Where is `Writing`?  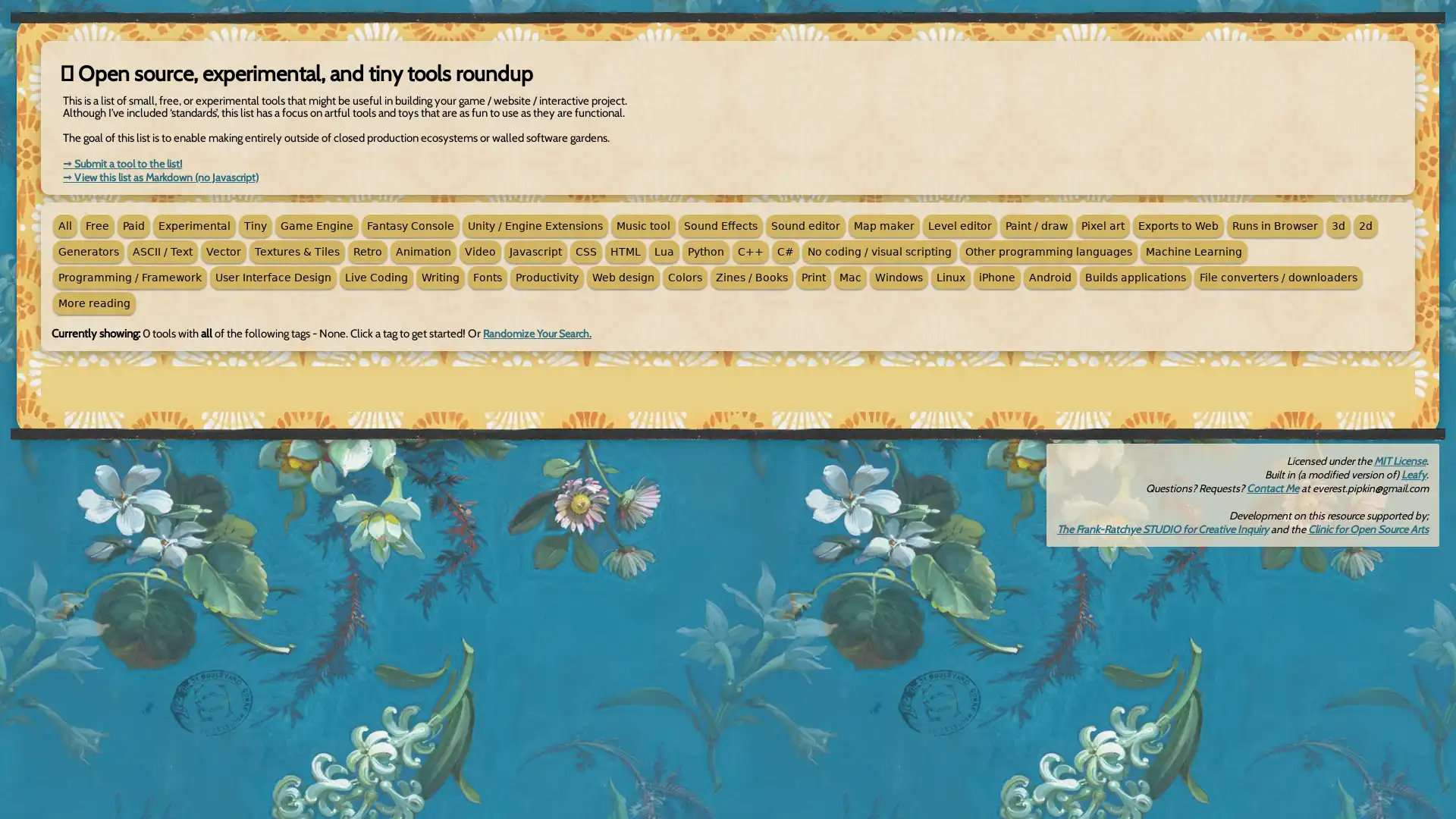
Writing is located at coordinates (439, 278).